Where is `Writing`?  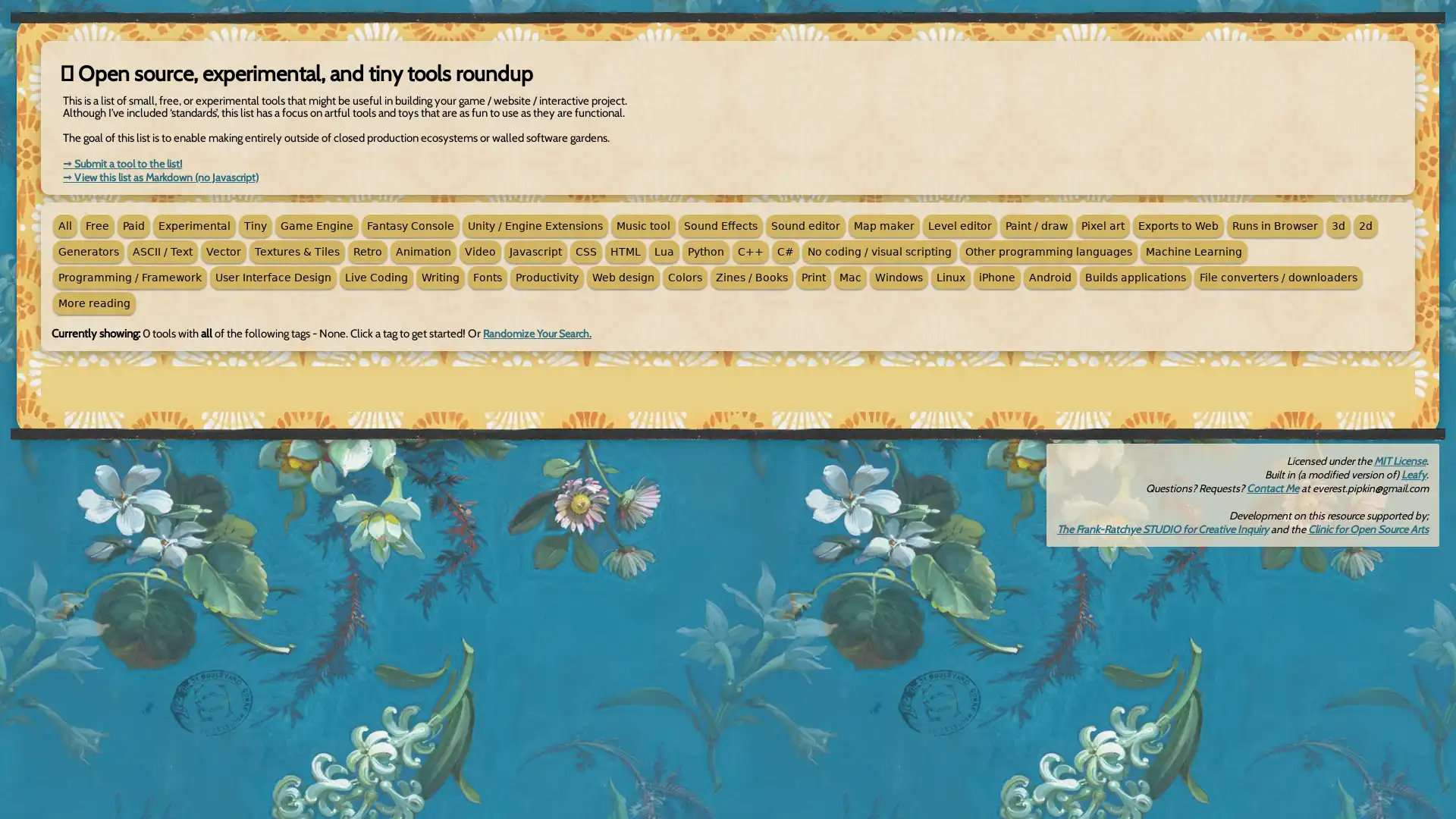
Writing is located at coordinates (439, 278).